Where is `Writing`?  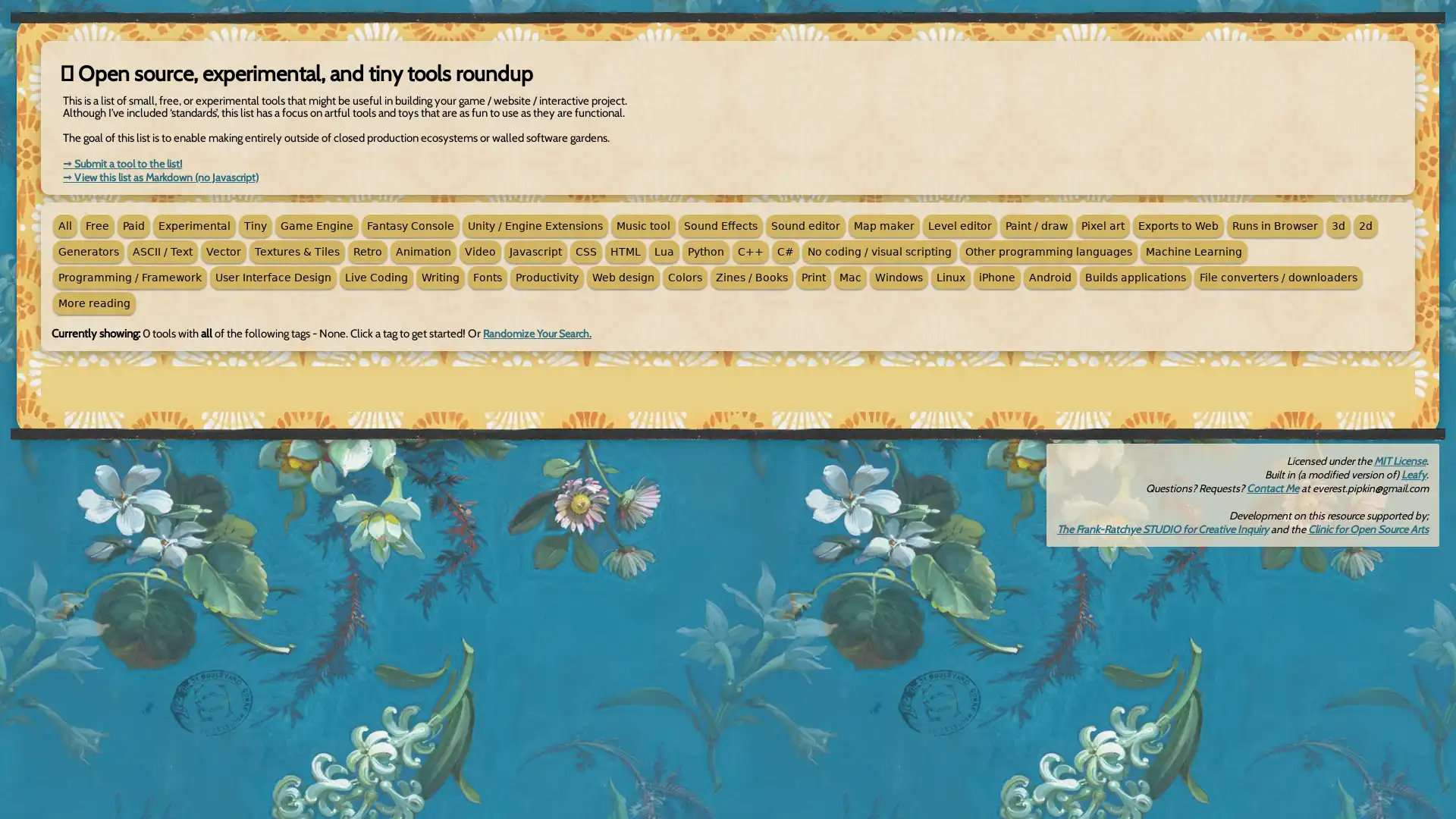
Writing is located at coordinates (439, 278).